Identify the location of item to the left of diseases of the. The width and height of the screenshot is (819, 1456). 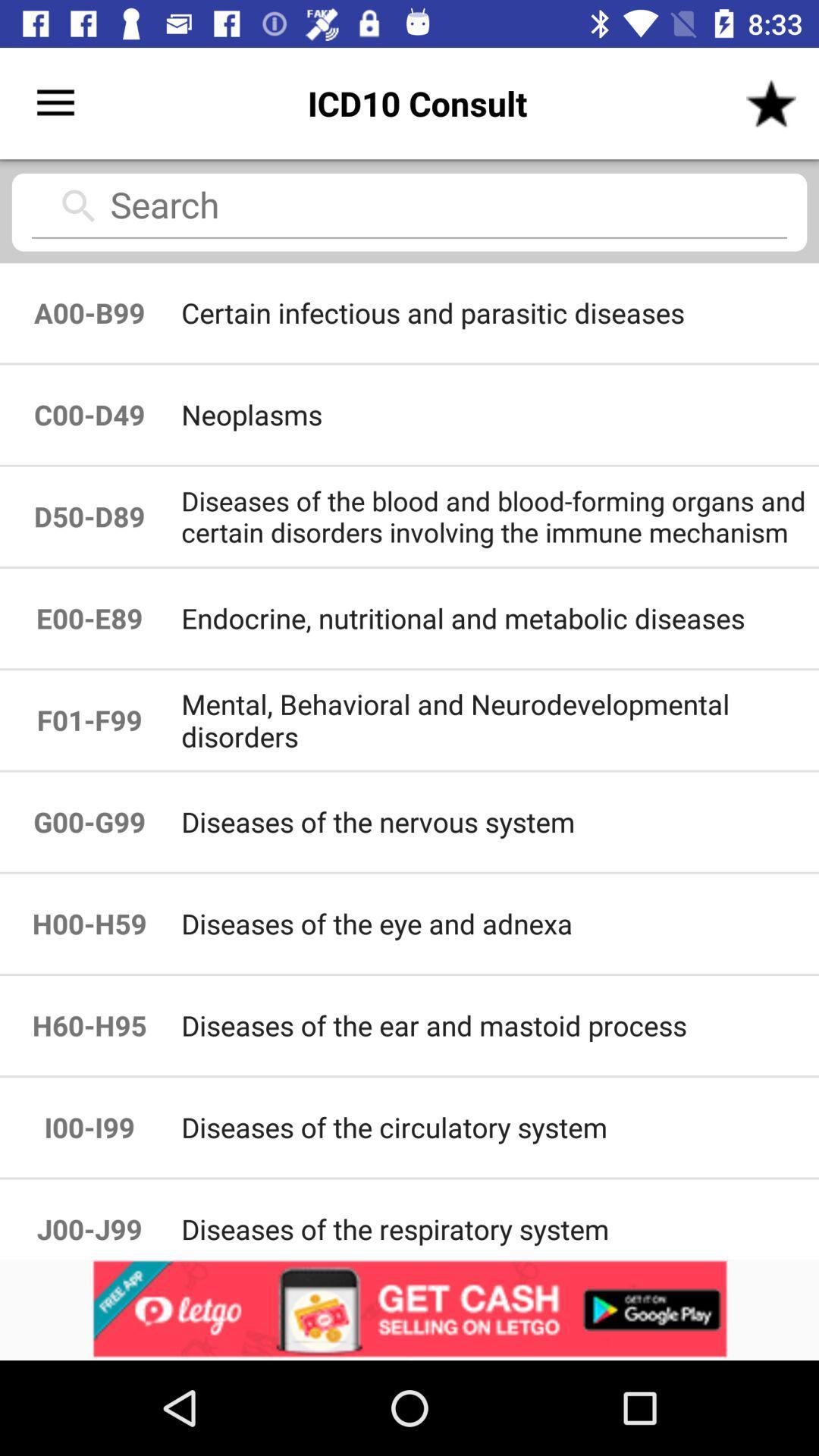
(89, 923).